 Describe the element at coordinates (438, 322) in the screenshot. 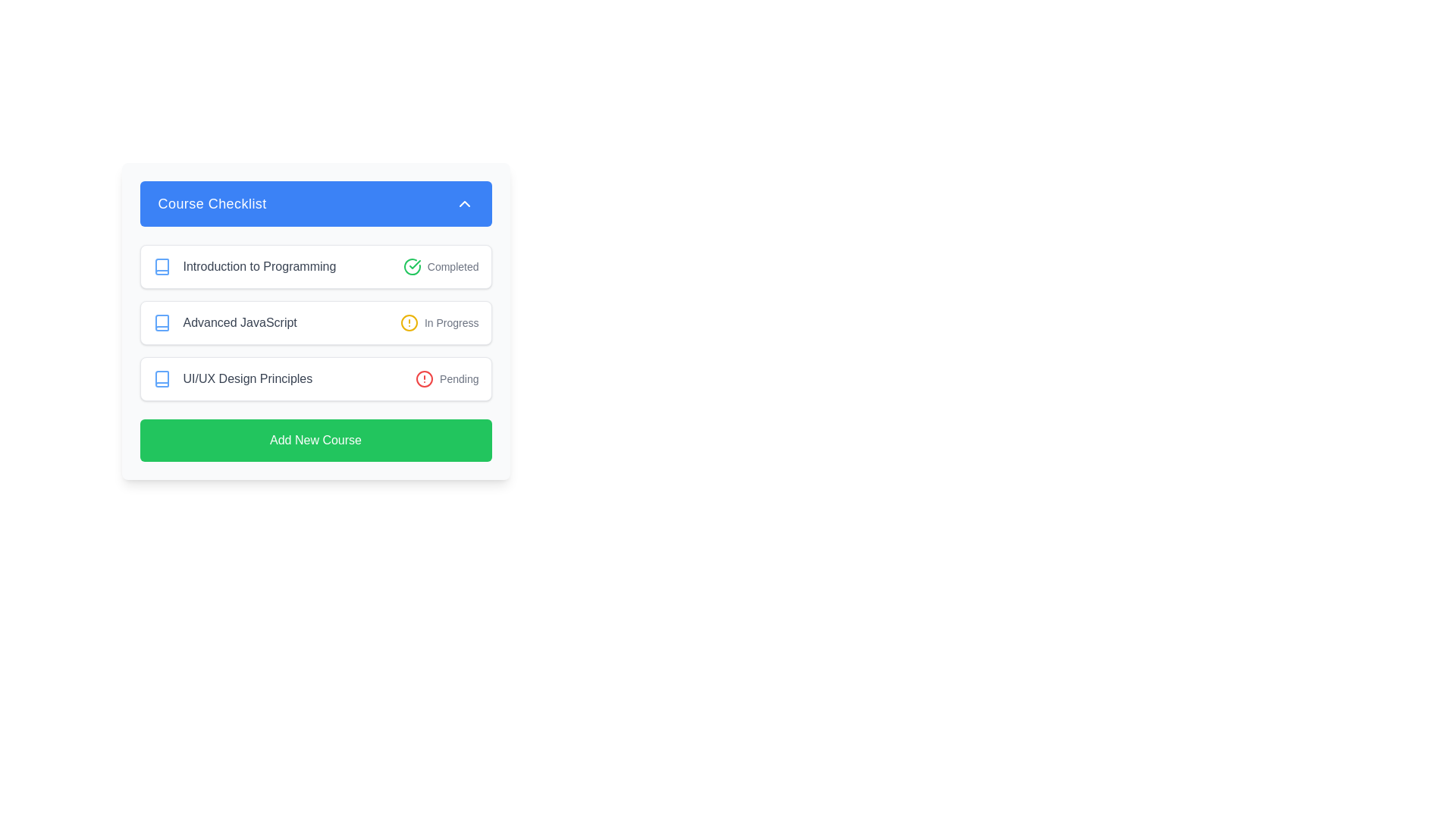

I see `the status indicator for the 'Advanced JavaScript' task, which is the second item's status indicator conveying ongoing progress` at that location.